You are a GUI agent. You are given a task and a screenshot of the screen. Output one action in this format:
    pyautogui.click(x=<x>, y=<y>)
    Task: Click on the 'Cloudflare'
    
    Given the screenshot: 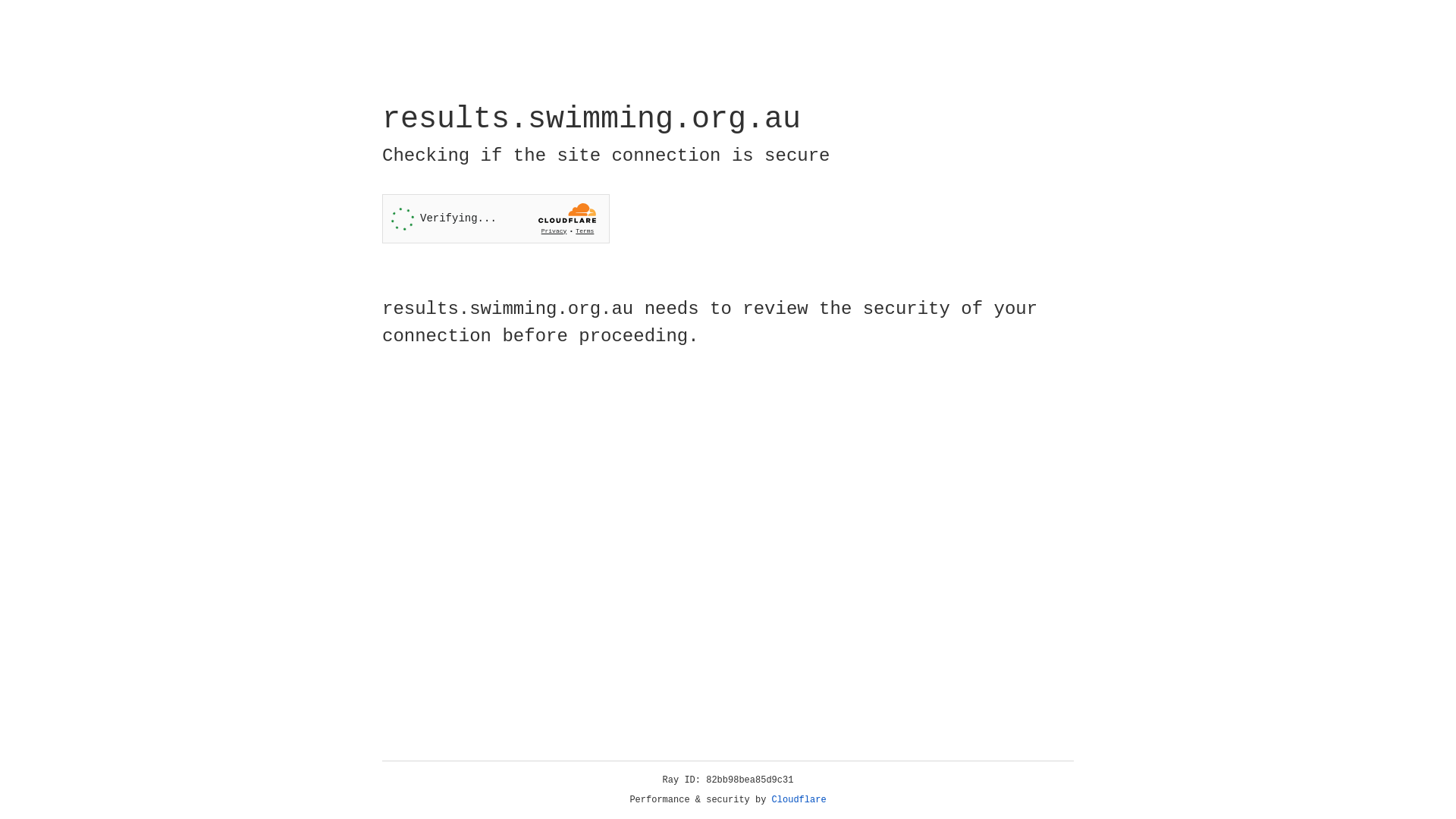 What is the action you would take?
    pyautogui.click(x=799, y=799)
    